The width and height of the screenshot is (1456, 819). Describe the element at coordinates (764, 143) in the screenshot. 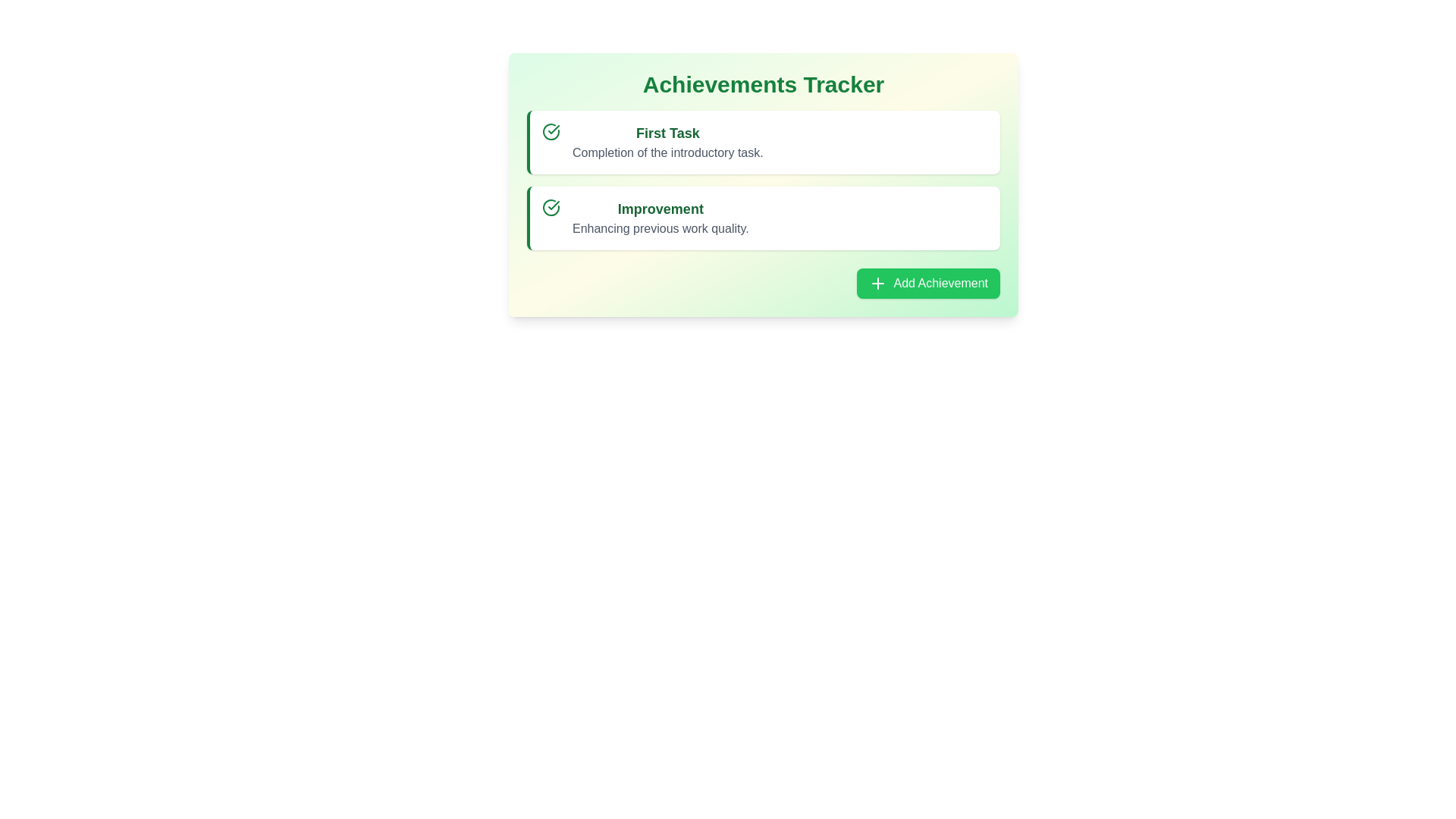

I see `the first card-style informational pane that indicates the completion of an introductory task, which is positioned above the 'Improvement' card in the Achievements Tracker list` at that location.